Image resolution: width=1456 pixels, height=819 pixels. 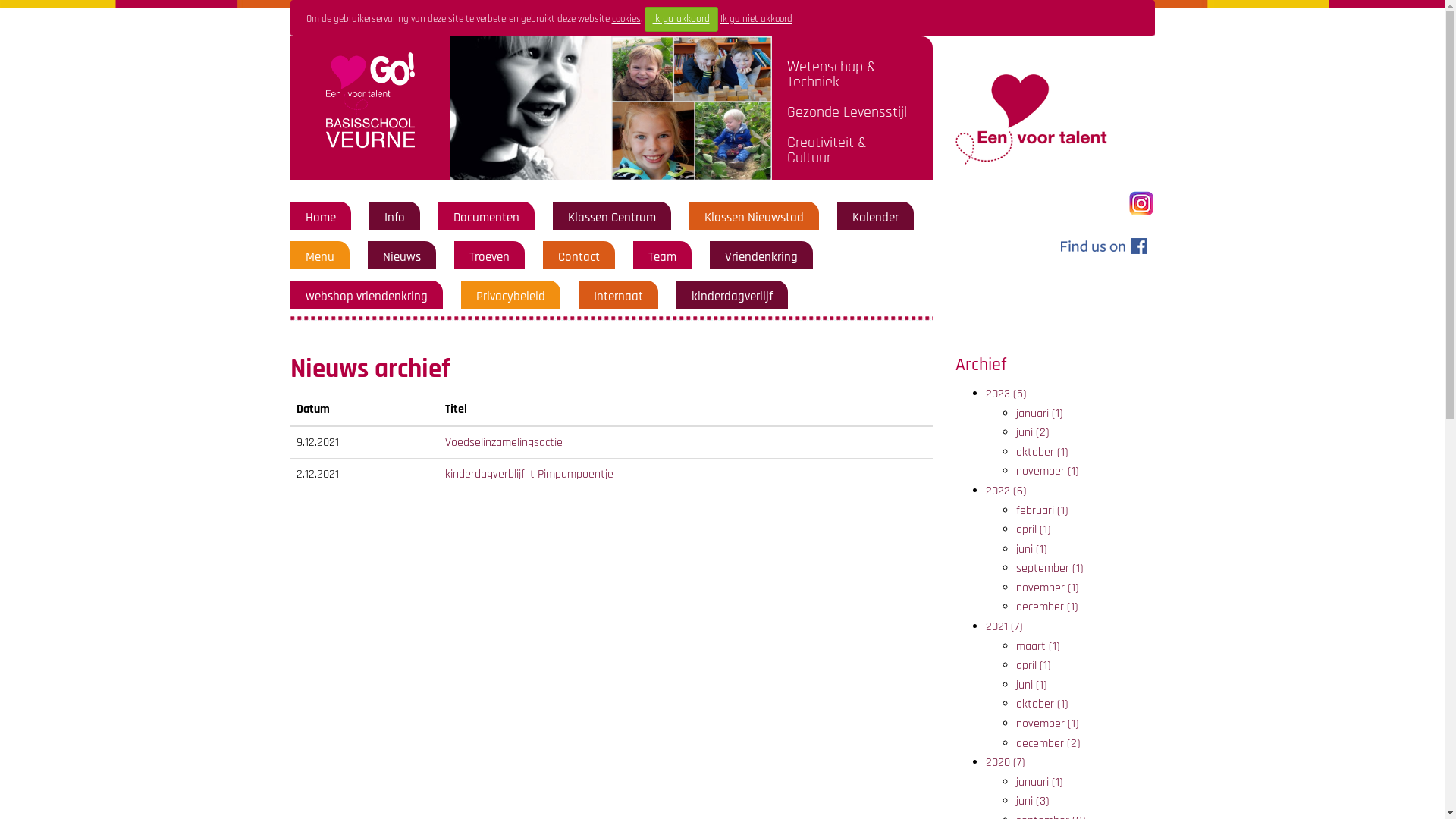 What do you see at coordinates (1046, 587) in the screenshot?
I see `'november (1)'` at bounding box center [1046, 587].